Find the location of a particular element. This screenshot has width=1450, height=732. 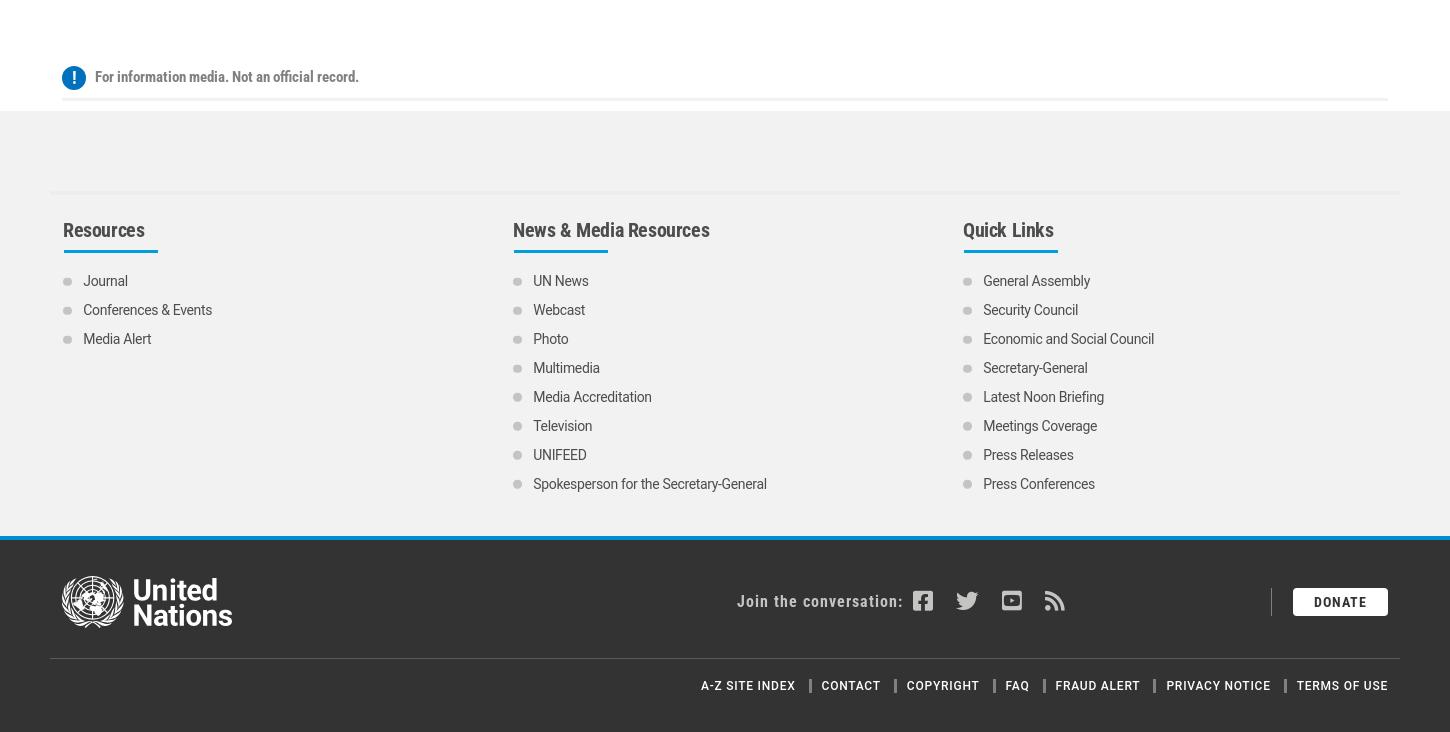

'Media Accreditation' is located at coordinates (533, 207).